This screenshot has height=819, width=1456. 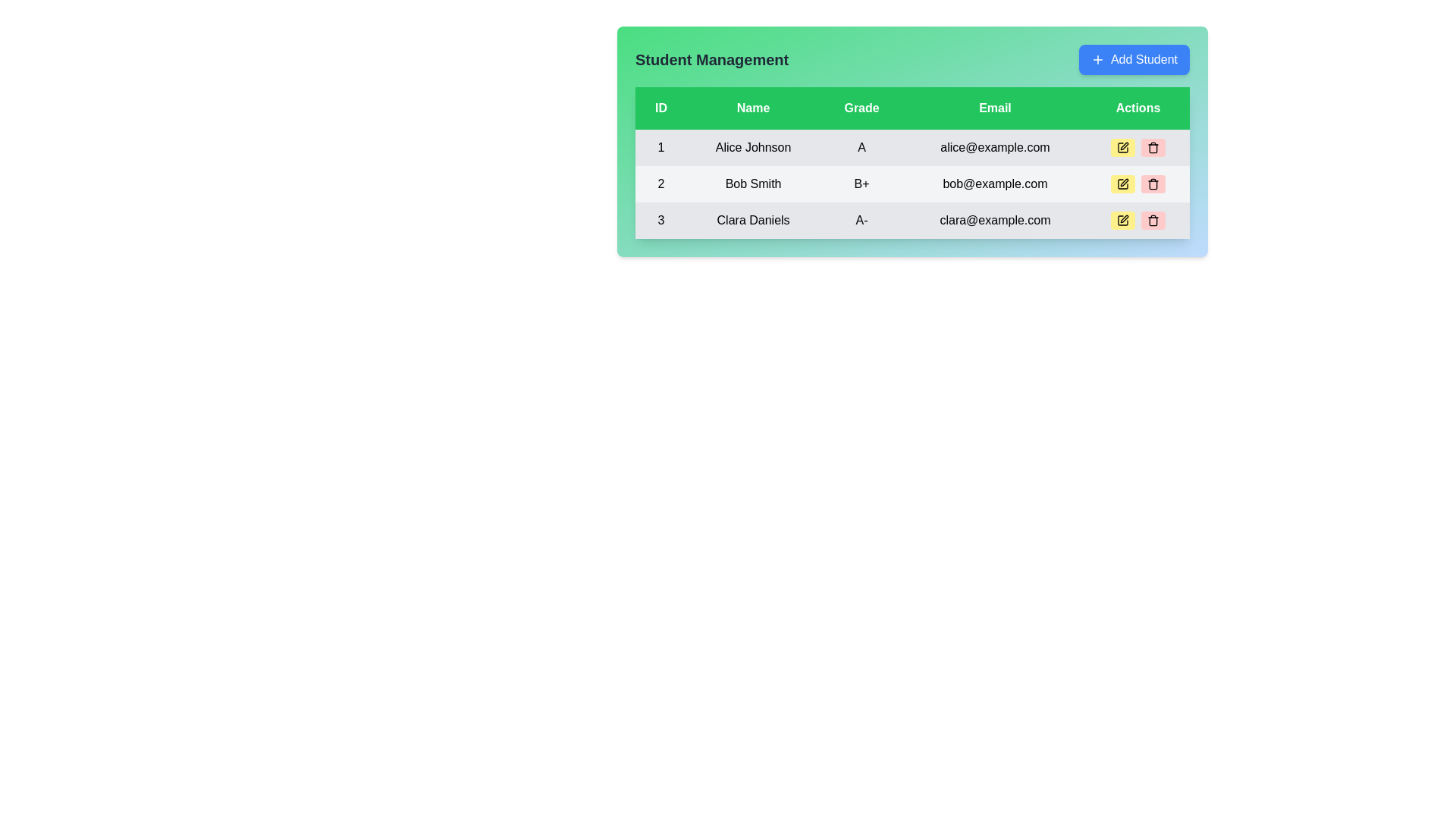 I want to click on the 'Email' header label, which is a rectangular label displaying the text in white on a green background, located in the top section of the table header, so click(x=995, y=107).